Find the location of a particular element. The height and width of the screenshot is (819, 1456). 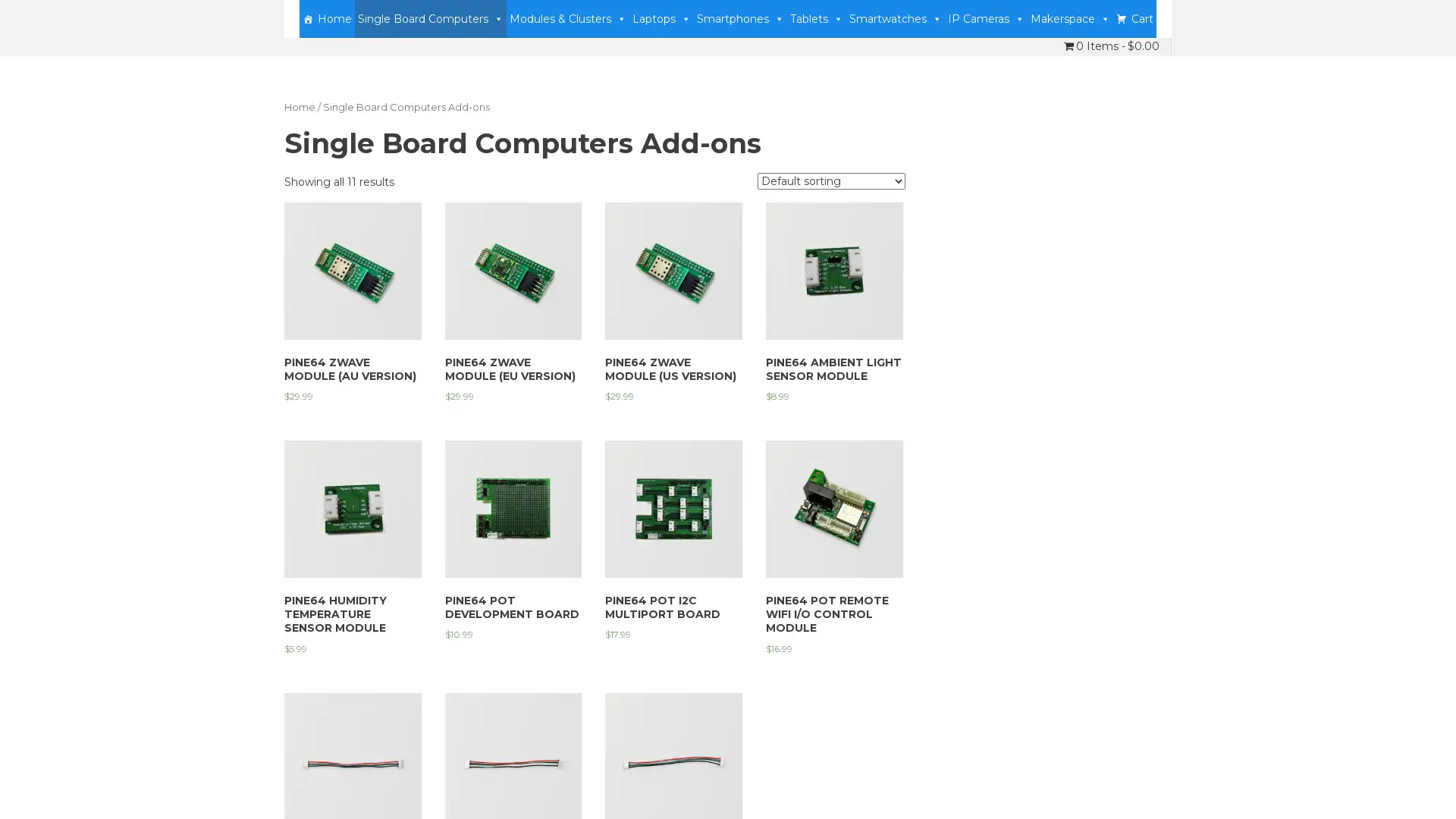

Accept is located at coordinates (960, 795).